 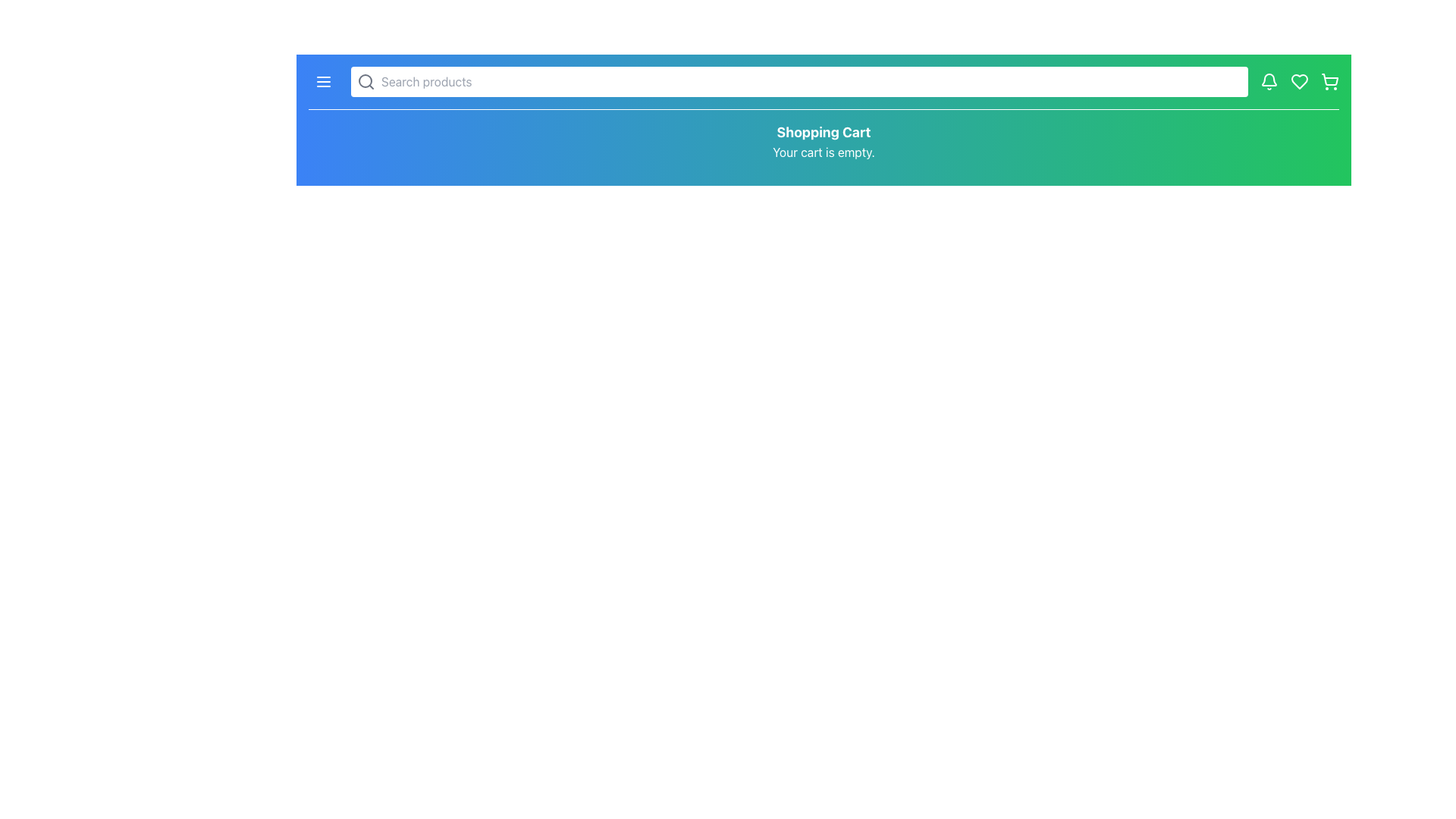 I want to click on the notification icon, which is a bell shape located in the top-right corner of the navigation bar, so click(x=1269, y=80).